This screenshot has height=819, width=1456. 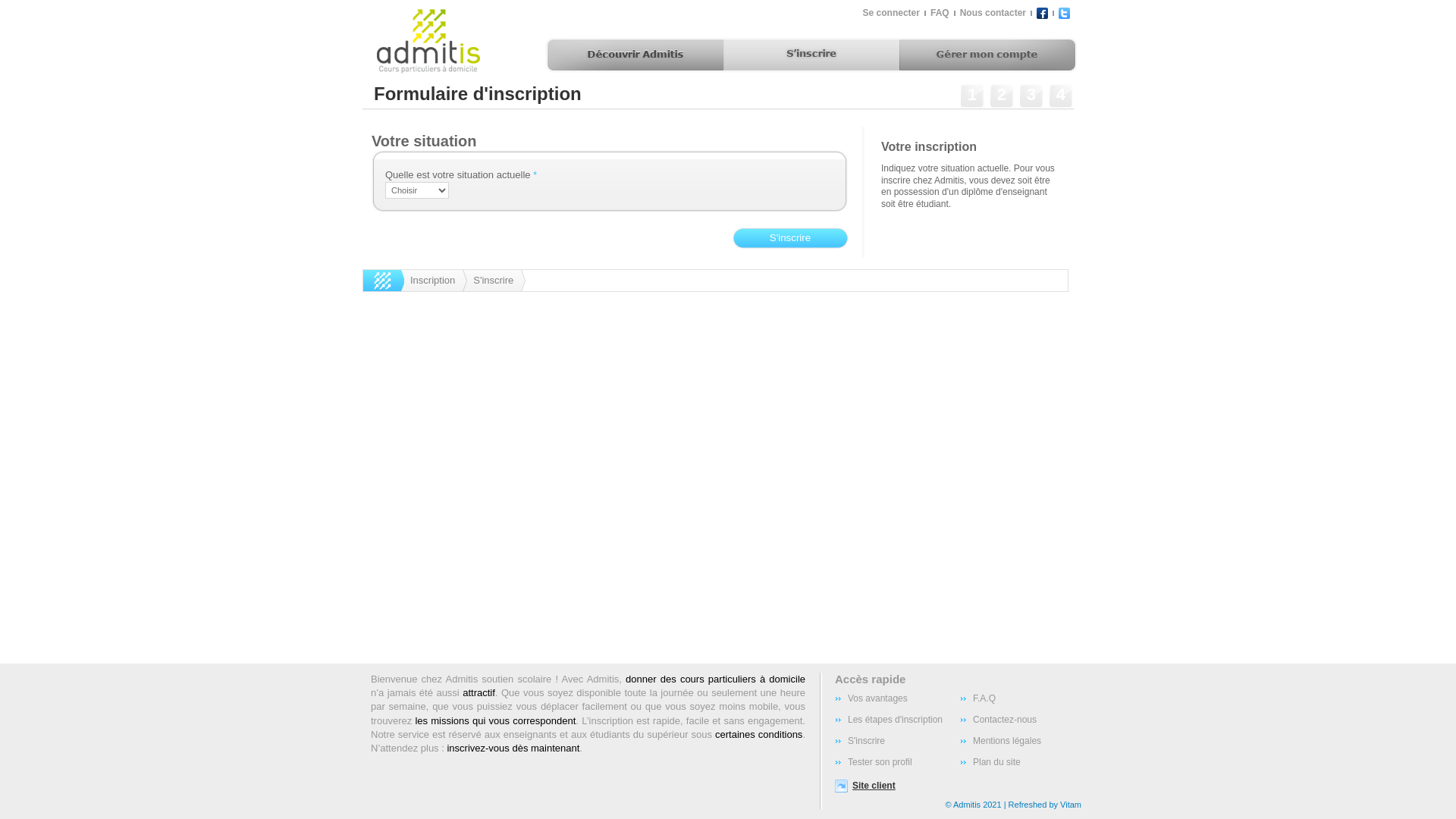 What do you see at coordinates (938, 12) in the screenshot?
I see `'FAQ'` at bounding box center [938, 12].